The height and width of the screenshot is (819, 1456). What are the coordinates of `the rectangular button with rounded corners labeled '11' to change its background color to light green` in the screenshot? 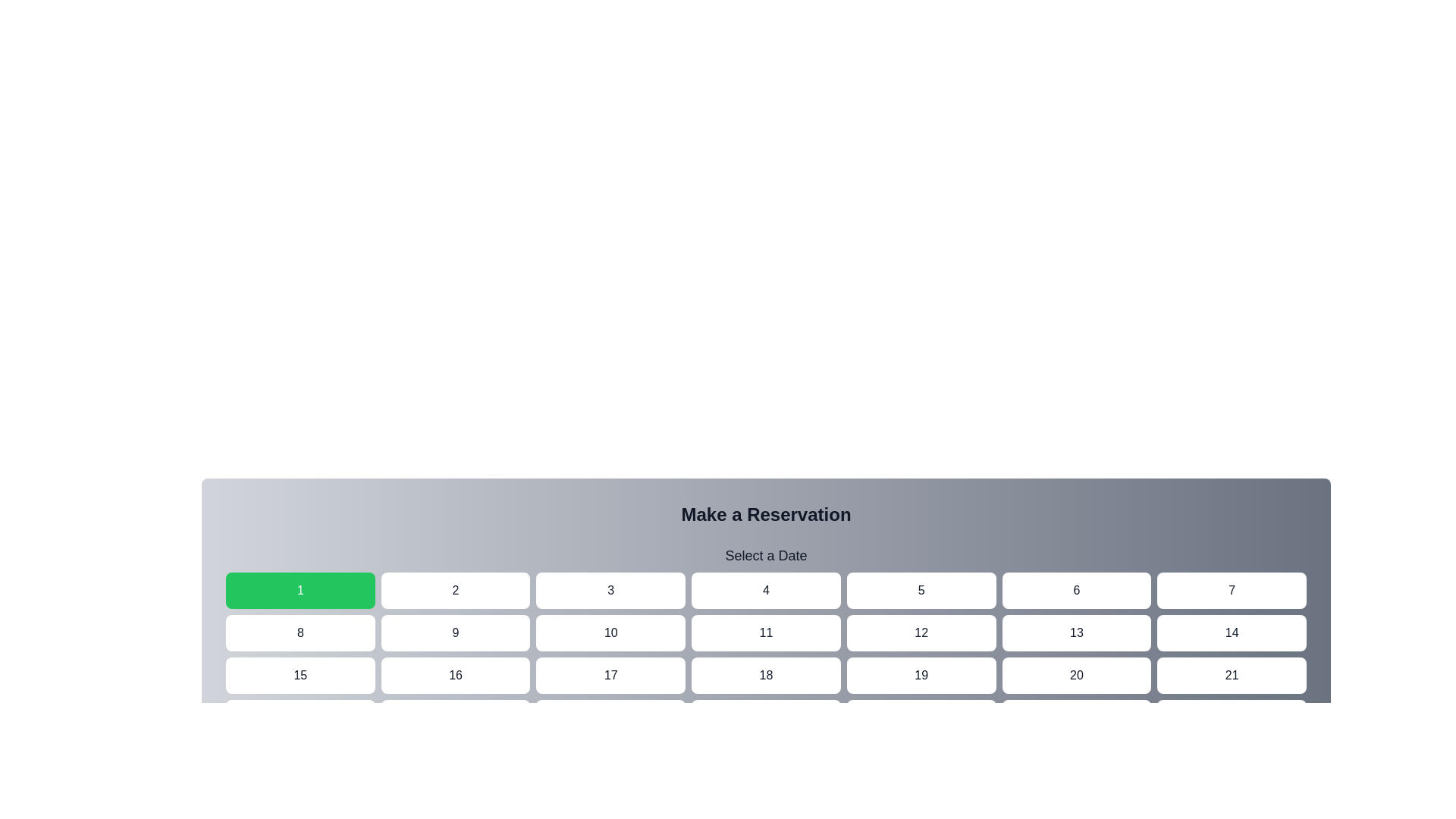 It's located at (766, 632).